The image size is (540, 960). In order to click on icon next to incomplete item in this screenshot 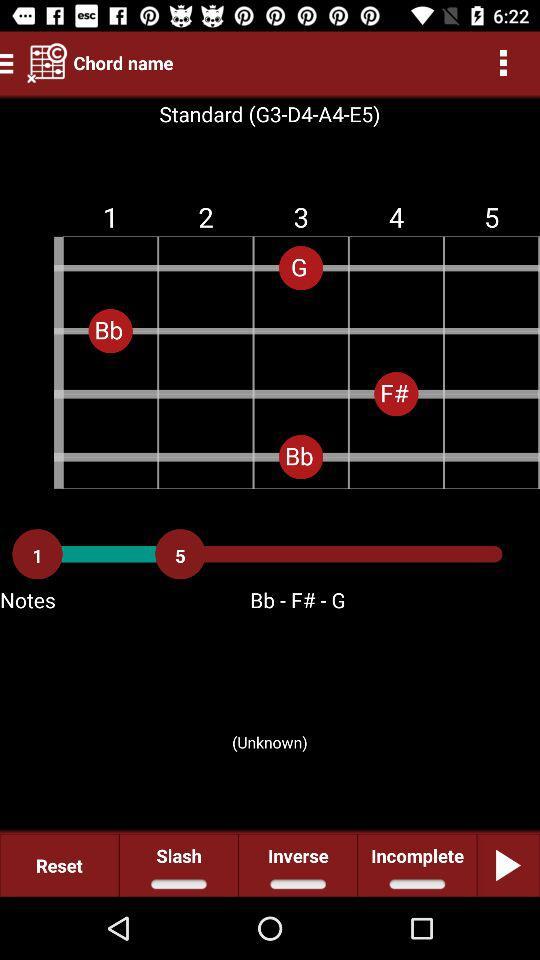, I will do `click(297, 864)`.